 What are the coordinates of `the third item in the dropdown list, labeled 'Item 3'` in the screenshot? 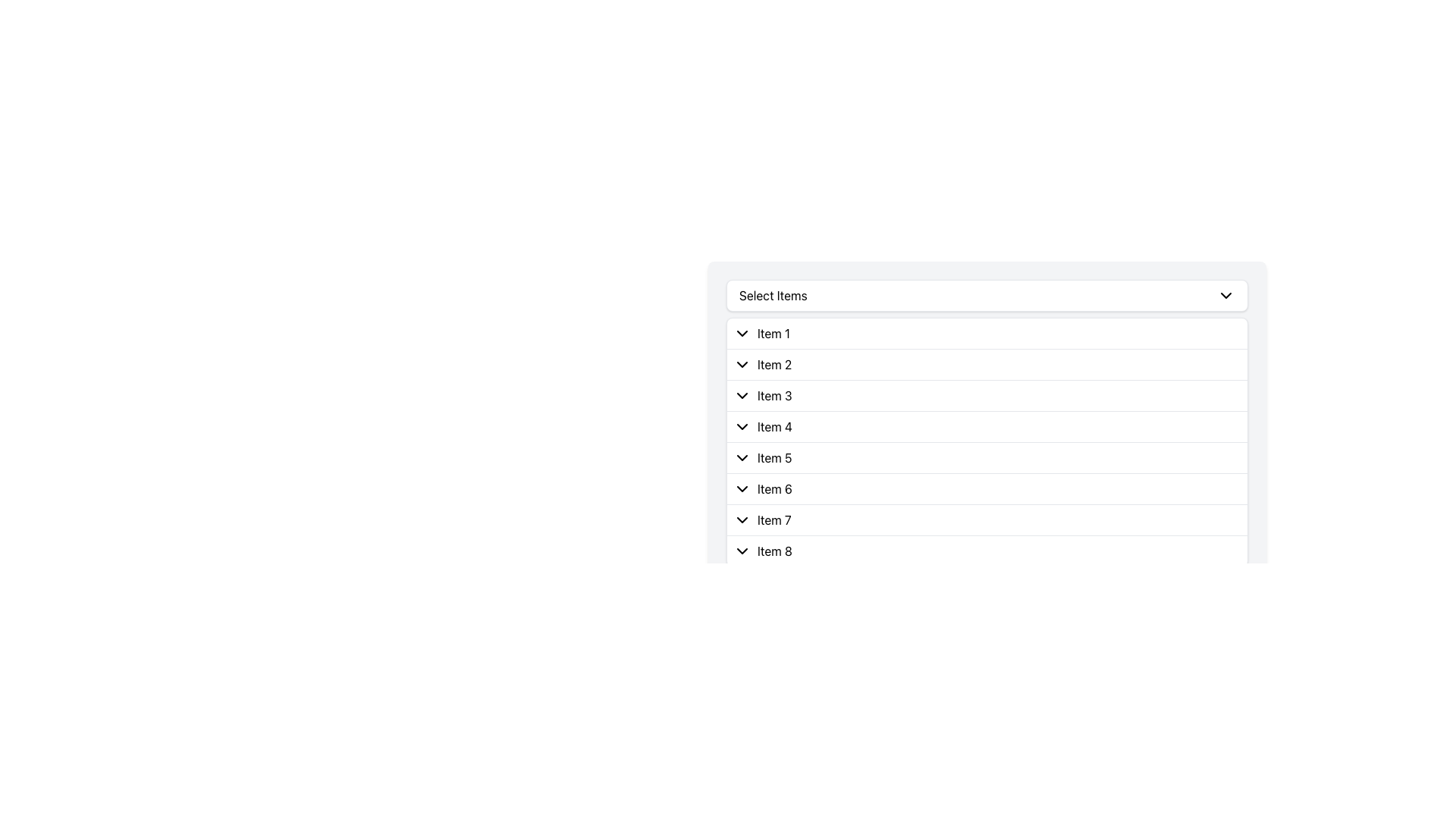 It's located at (987, 394).